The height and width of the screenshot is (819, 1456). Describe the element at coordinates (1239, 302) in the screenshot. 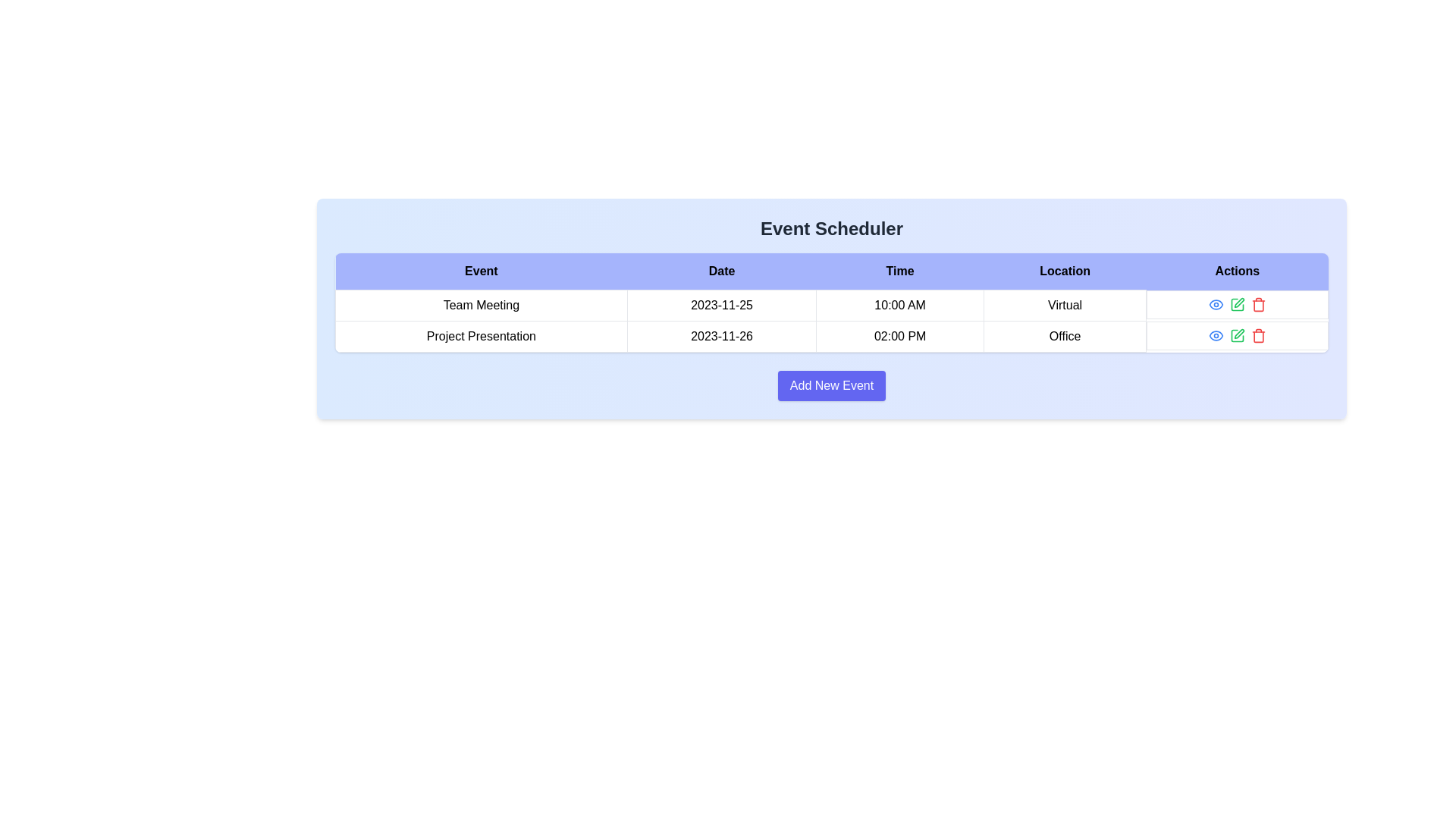

I see `the pen-shaped icon button in the actions column of the 'Event Scheduler' table to initiate editing for the 'Project Presentation' entry` at that location.